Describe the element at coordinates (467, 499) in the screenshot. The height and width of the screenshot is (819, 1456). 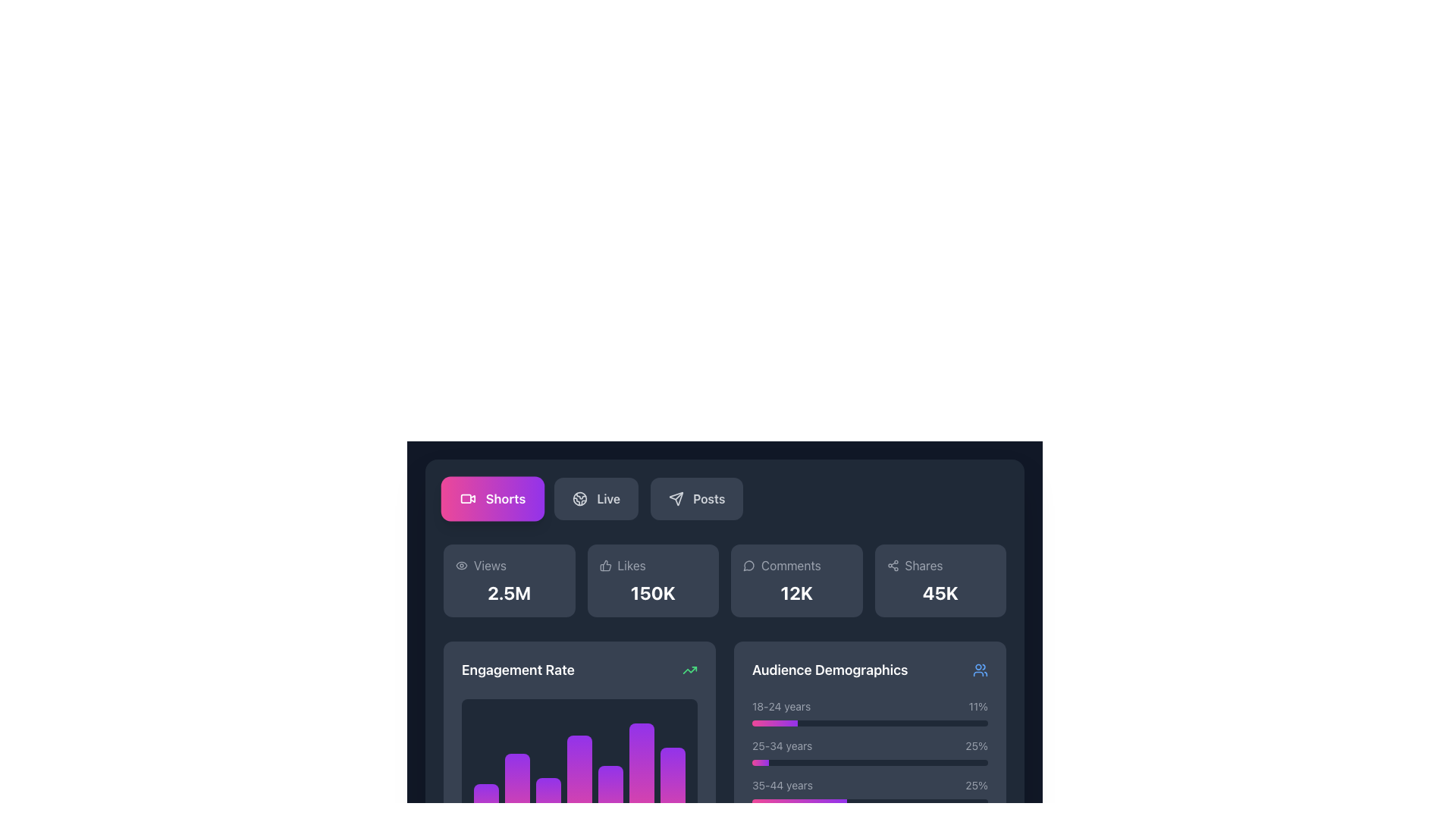
I see `the 'Shorts' SVG icon located on the left side within the 'Shorts' button group at the top of the user interface` at that location.